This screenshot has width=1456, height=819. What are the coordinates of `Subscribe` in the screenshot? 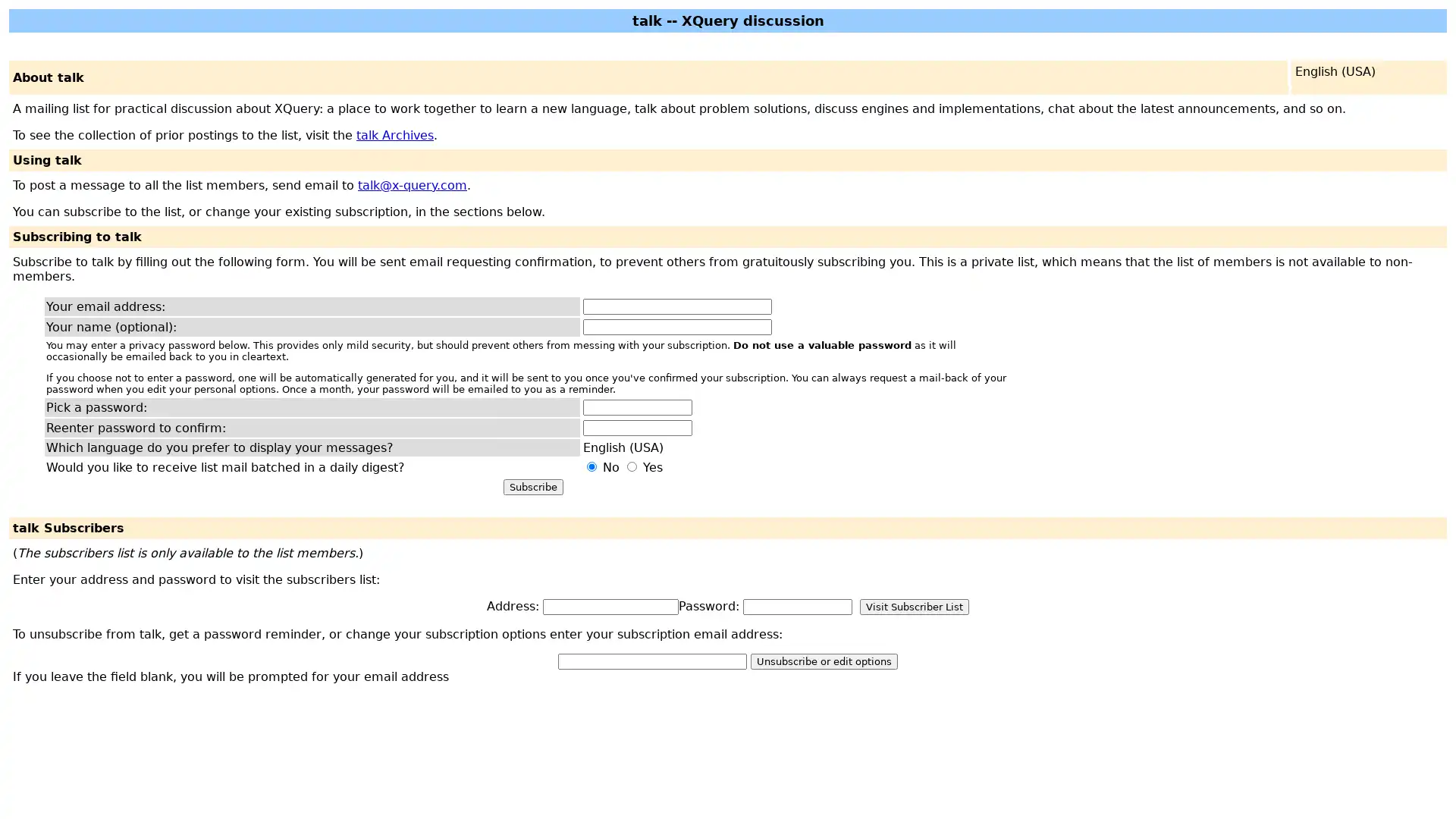 It's located at (532, 487).